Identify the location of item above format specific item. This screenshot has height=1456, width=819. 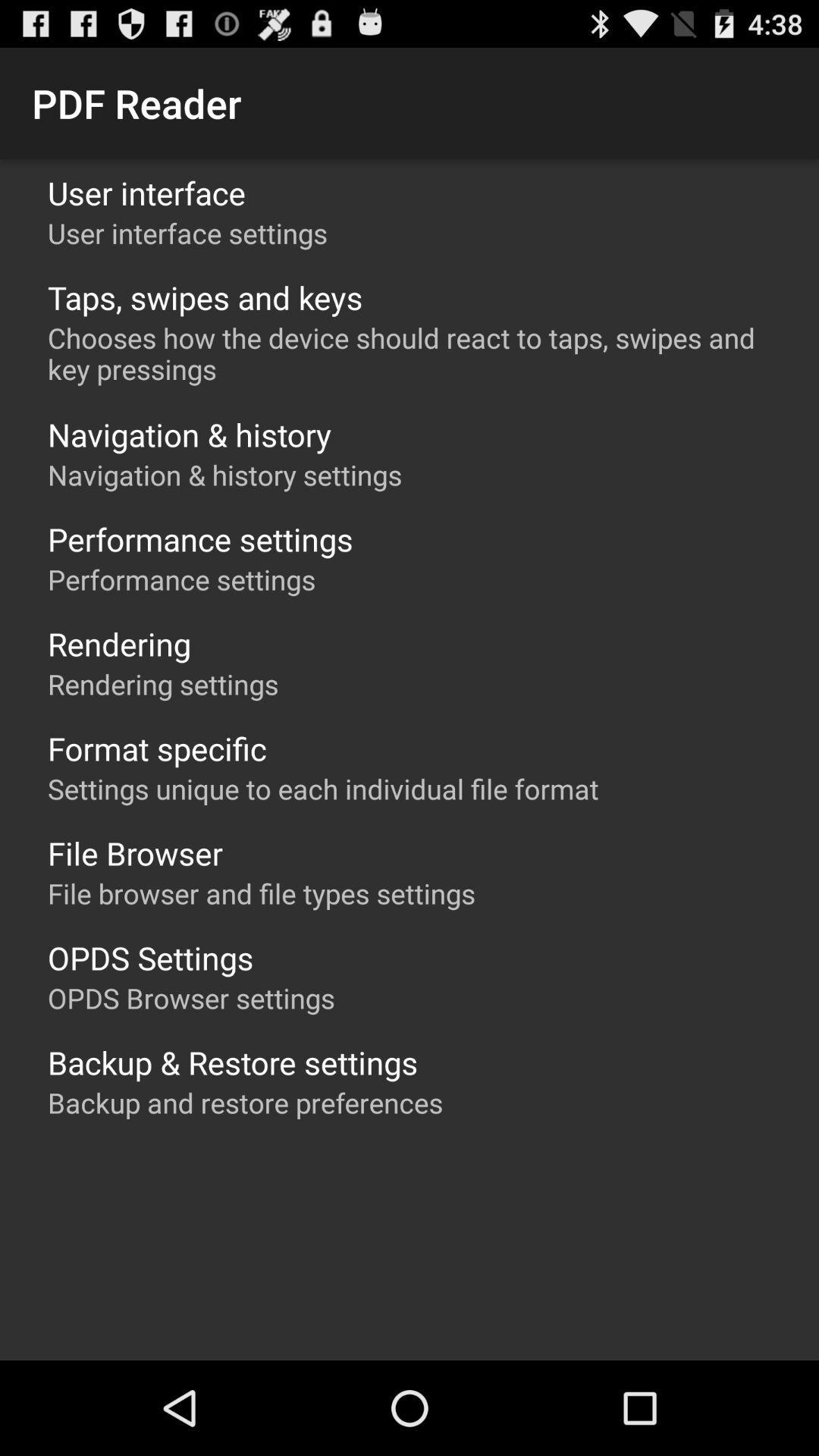
(163, 683).